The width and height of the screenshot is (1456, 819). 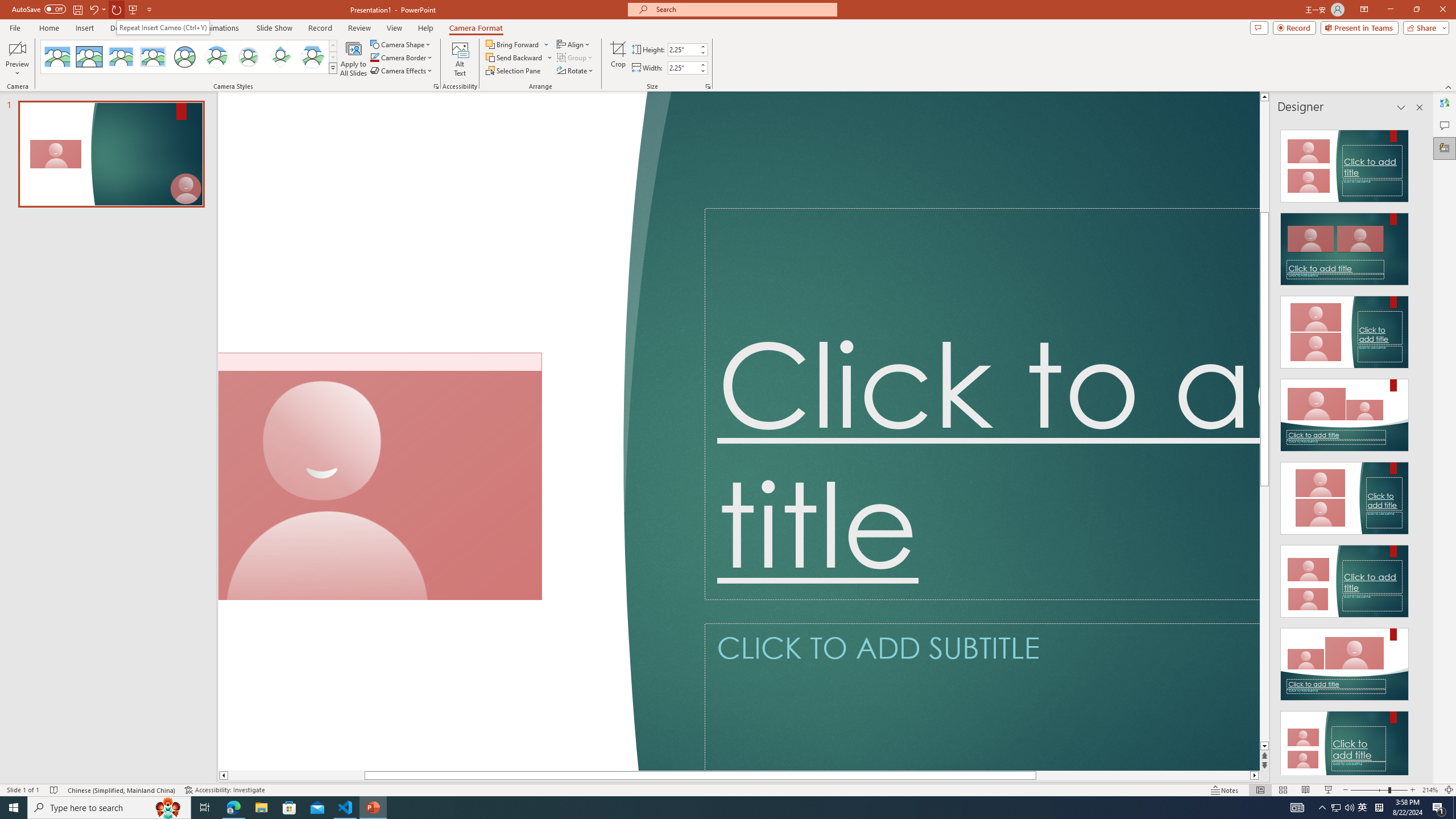 What do you see at coordinates (333, 67) in the screenshot?
I see `'Camera Styles'` at bounding box center [333, 67].